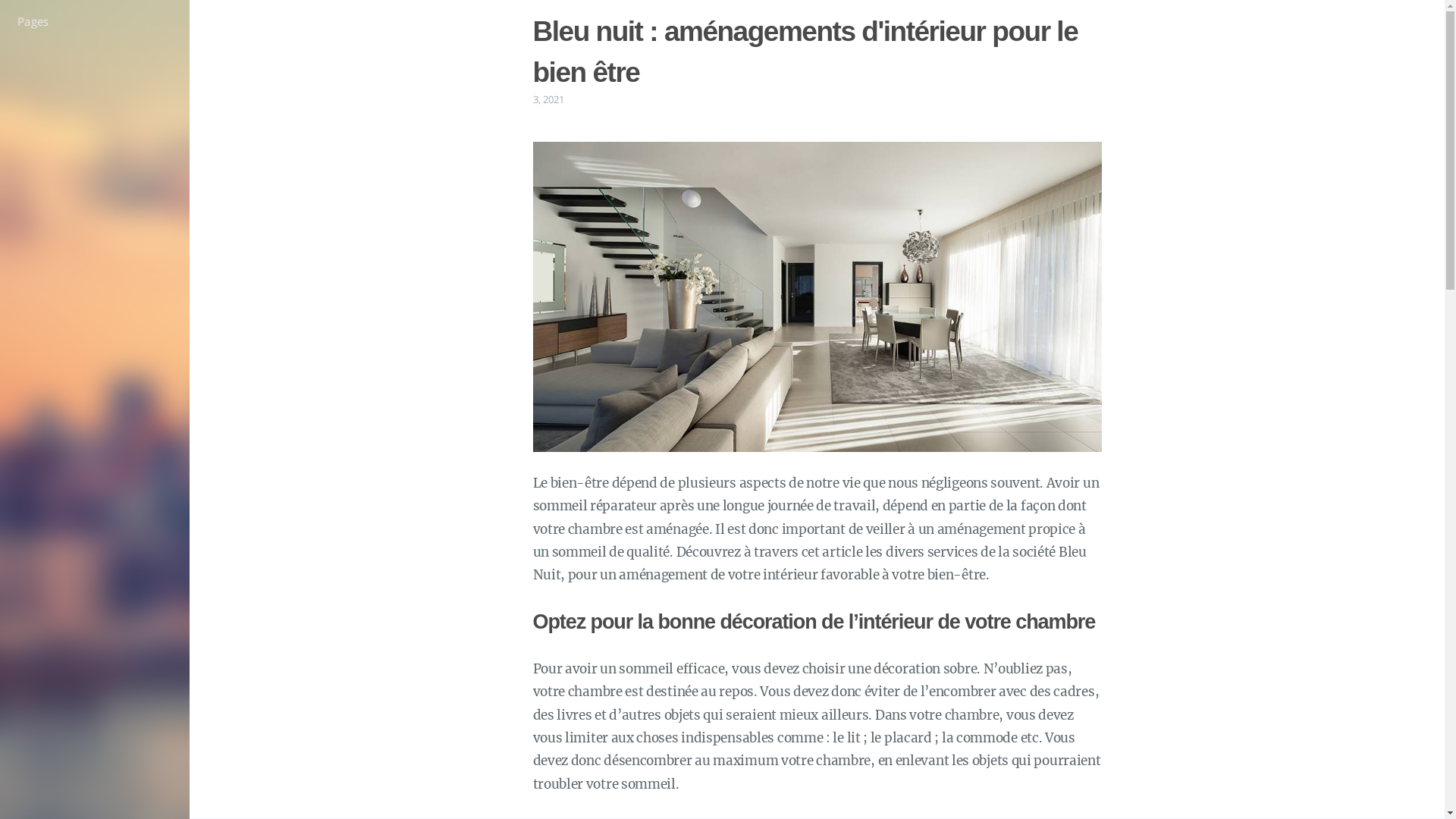 The image size is (1456, 819). What do you see at coordinates (93, 20) in the screenshot?
I see `'Pages'` at bounding box center [93, 20].